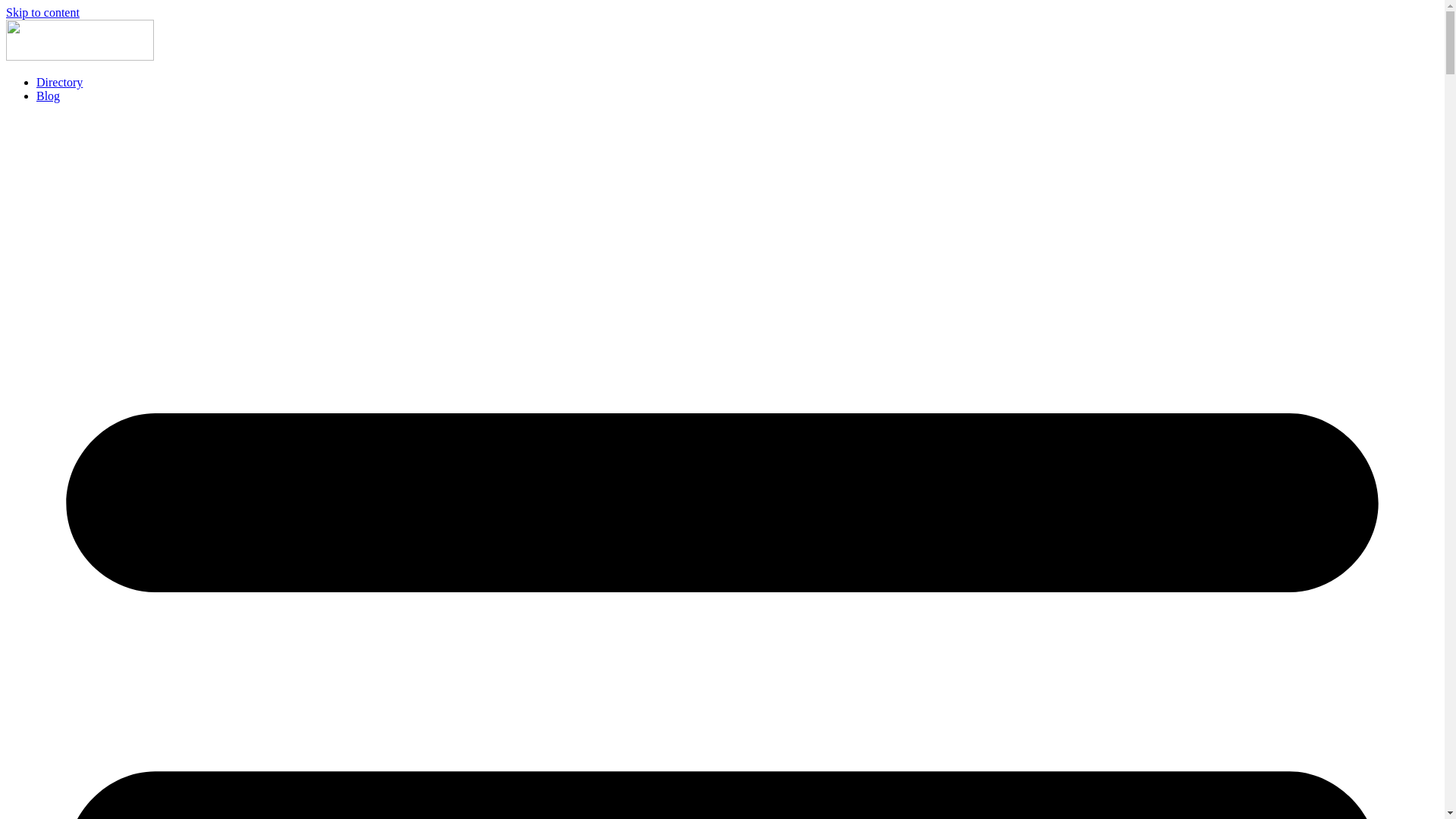 This screenshot has width=1456, height=819. Describe the element at coordinates (6, 12) in the screenshot. I see `'Skip to content'` at that location.